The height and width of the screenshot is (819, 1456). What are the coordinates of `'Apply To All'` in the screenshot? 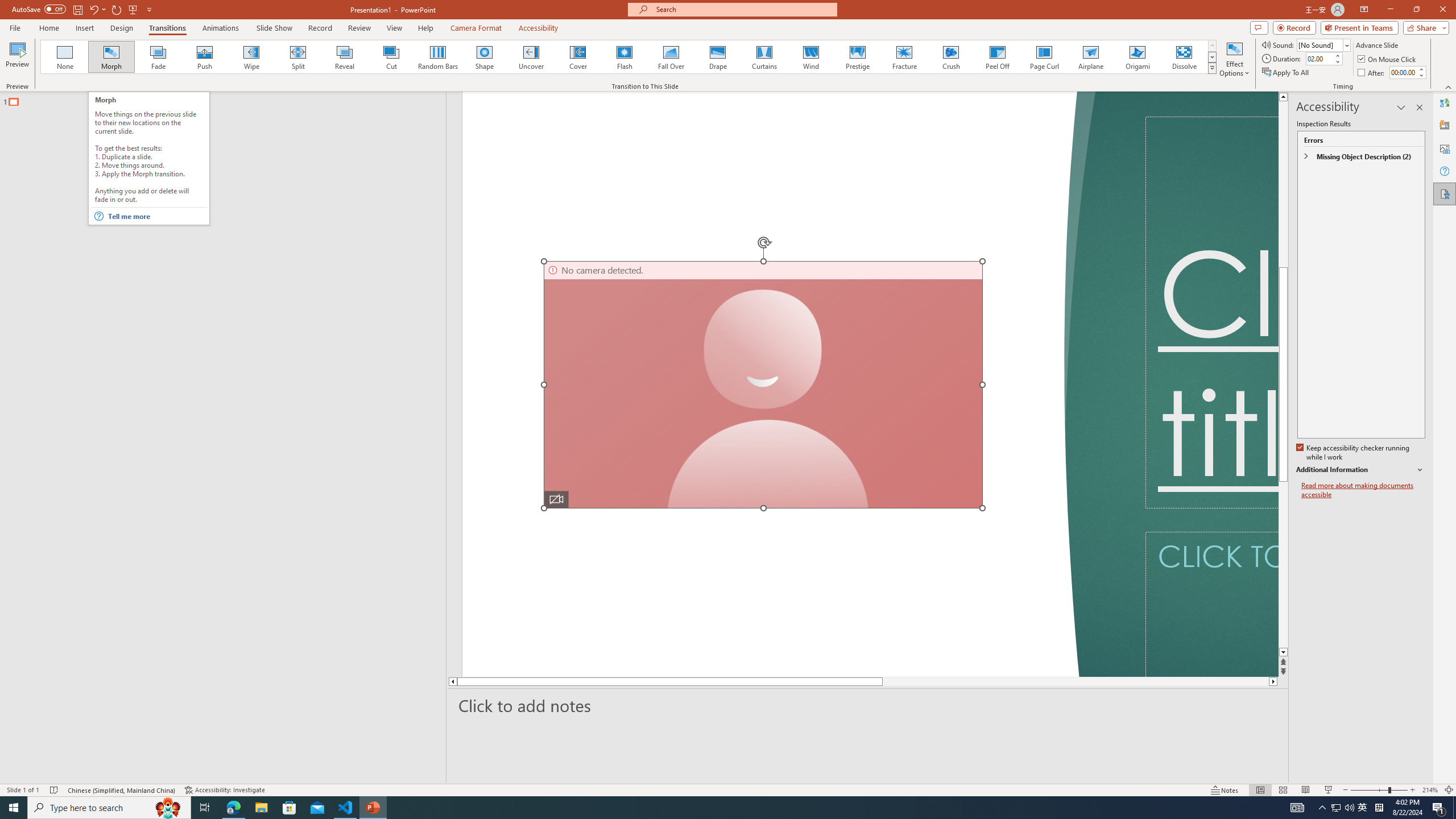 It's located at (1287, 72).